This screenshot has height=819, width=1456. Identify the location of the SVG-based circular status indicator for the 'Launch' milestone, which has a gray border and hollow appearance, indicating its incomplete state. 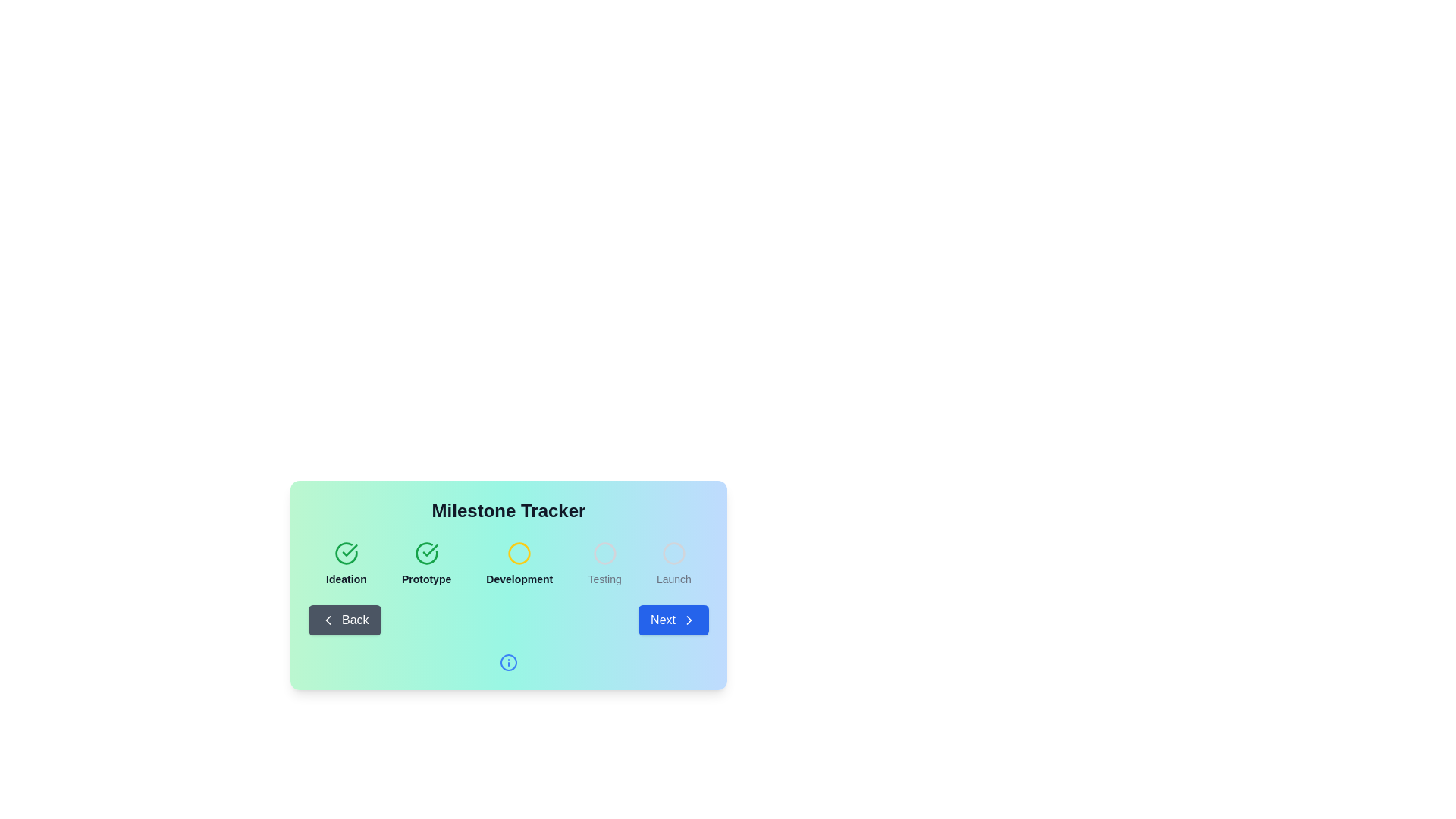
(673, 553).